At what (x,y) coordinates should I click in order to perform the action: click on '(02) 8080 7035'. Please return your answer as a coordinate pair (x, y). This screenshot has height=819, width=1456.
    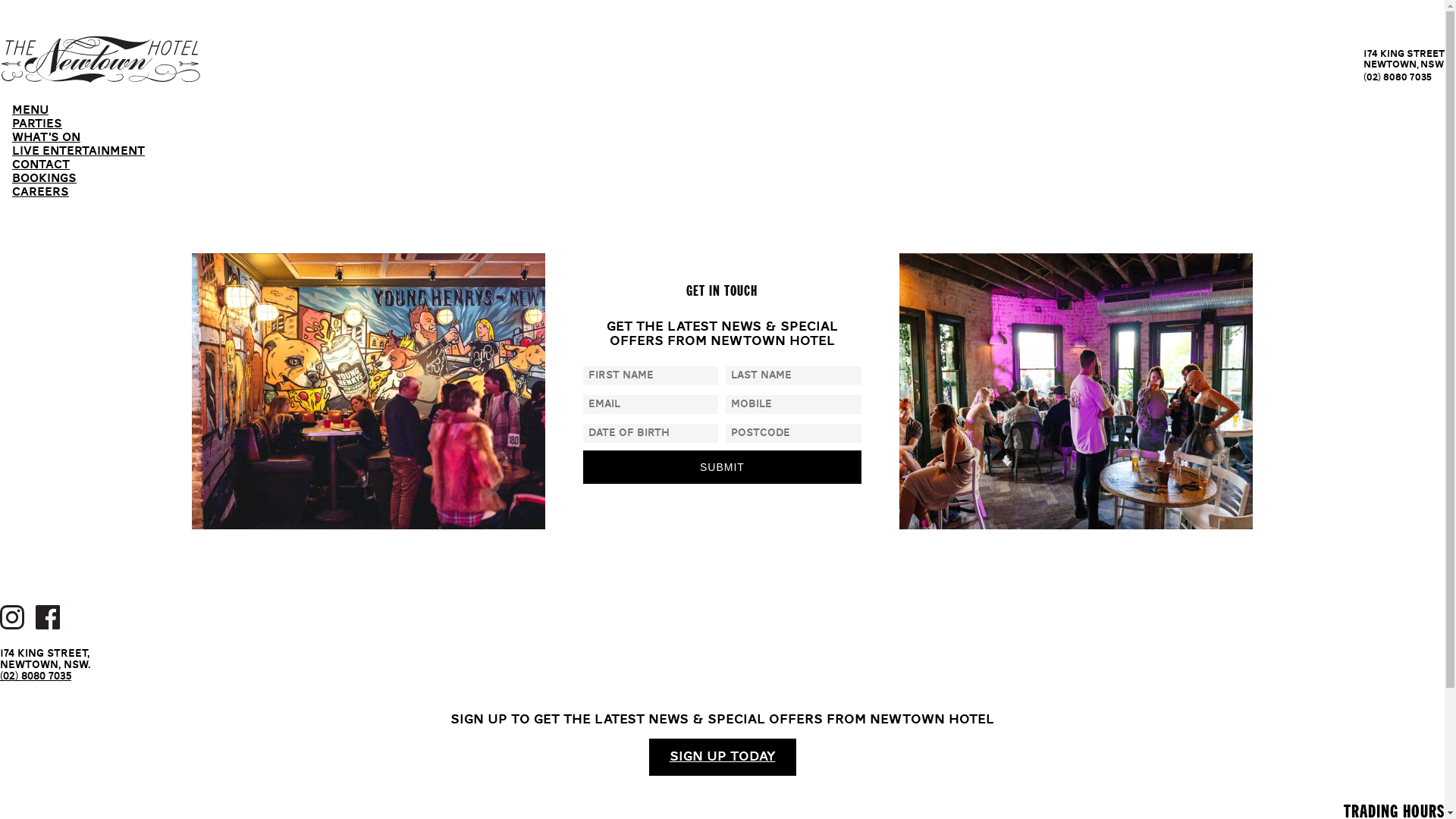
    Looking at the image, I should click on (36, 676).